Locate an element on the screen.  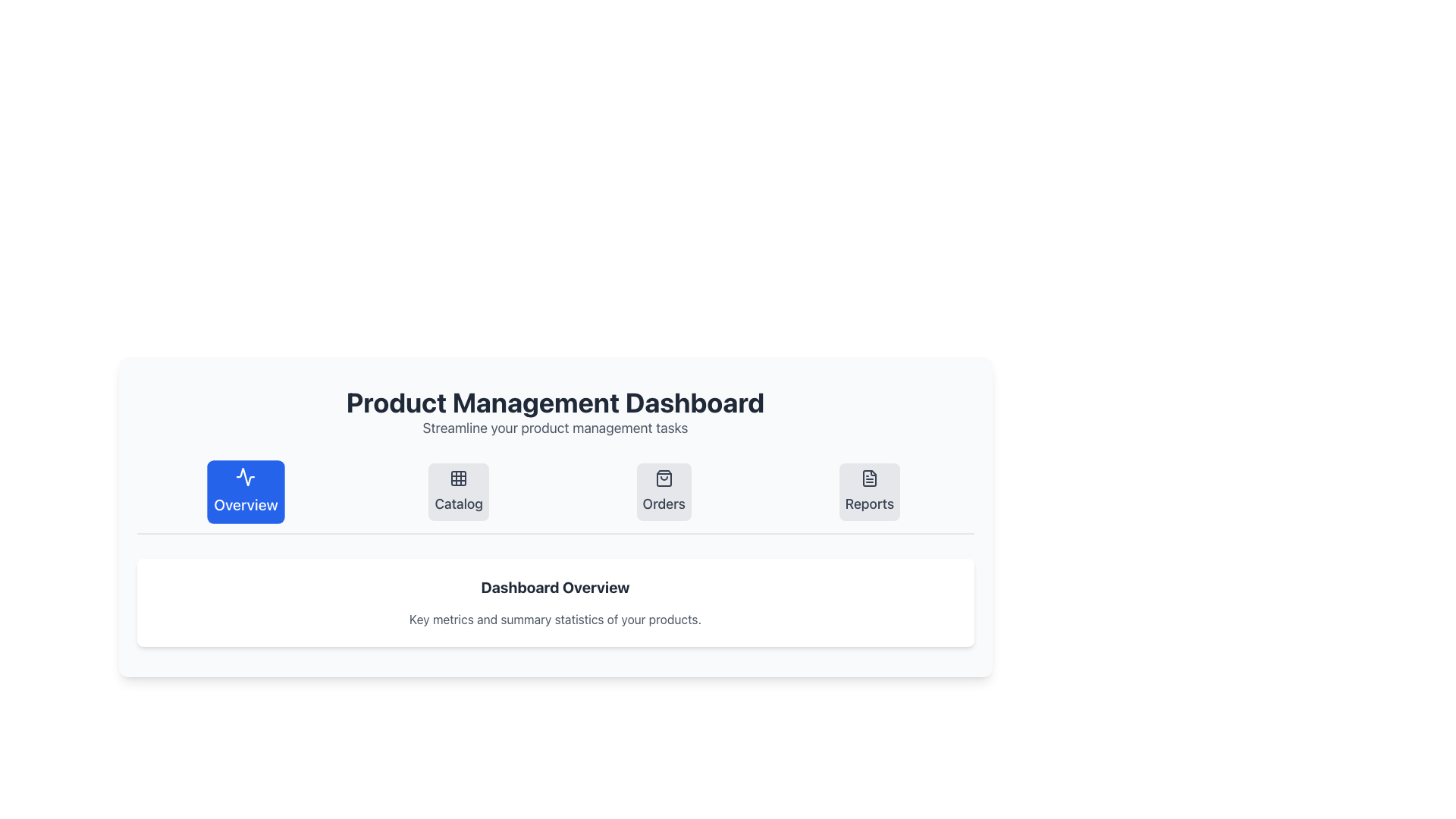
static text element displaying 'Key metrics and summary statistics of your products.' which is located below the 'Dashboard Overview' heading is located at coordinates (554, 620).